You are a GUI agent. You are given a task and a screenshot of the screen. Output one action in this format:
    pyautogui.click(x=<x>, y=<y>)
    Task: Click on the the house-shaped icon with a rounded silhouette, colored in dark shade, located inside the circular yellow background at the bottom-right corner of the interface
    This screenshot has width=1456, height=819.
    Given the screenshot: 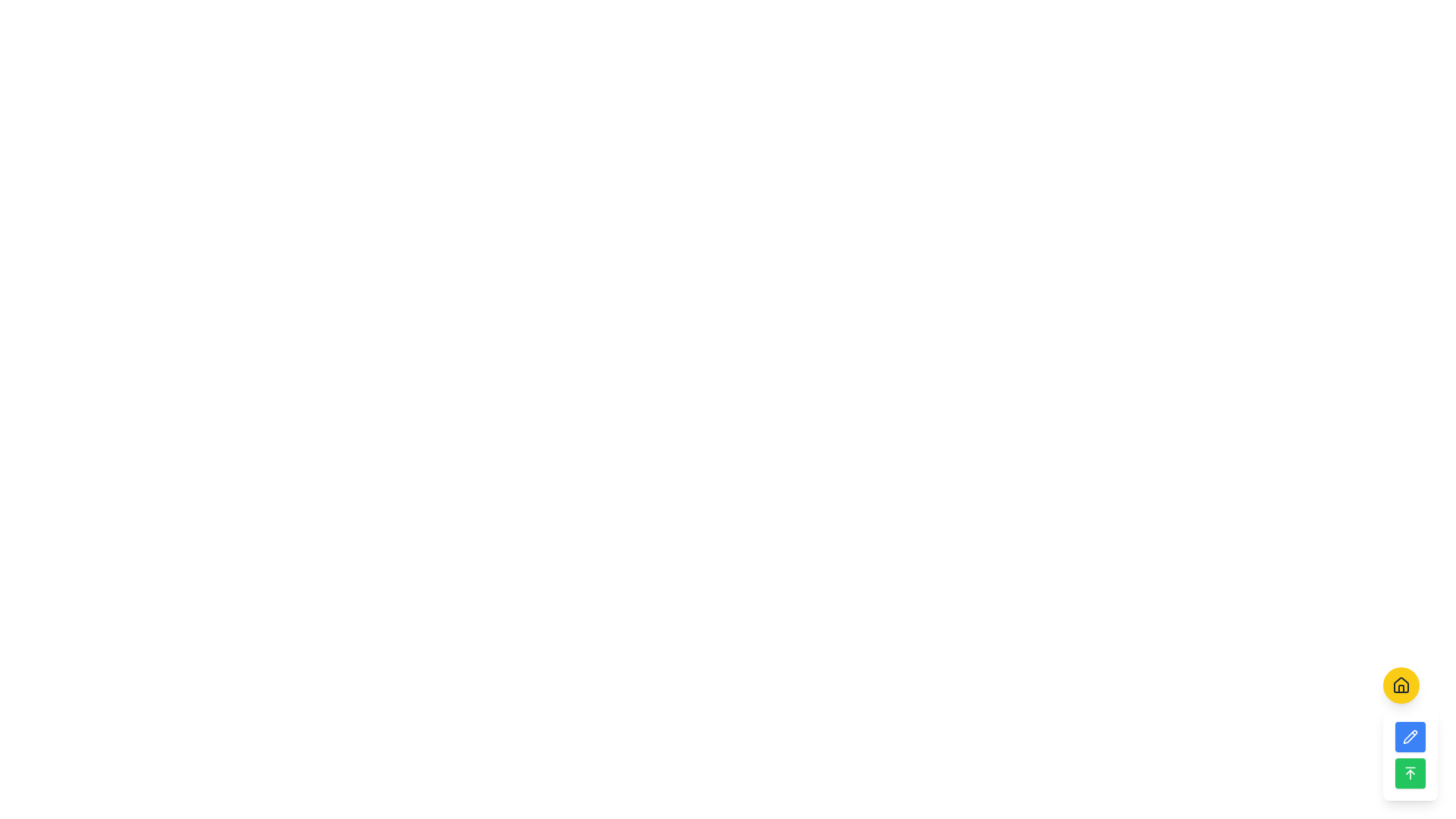 What is the action you would take?
    pyautogui.click(x=1401, y=685)
    